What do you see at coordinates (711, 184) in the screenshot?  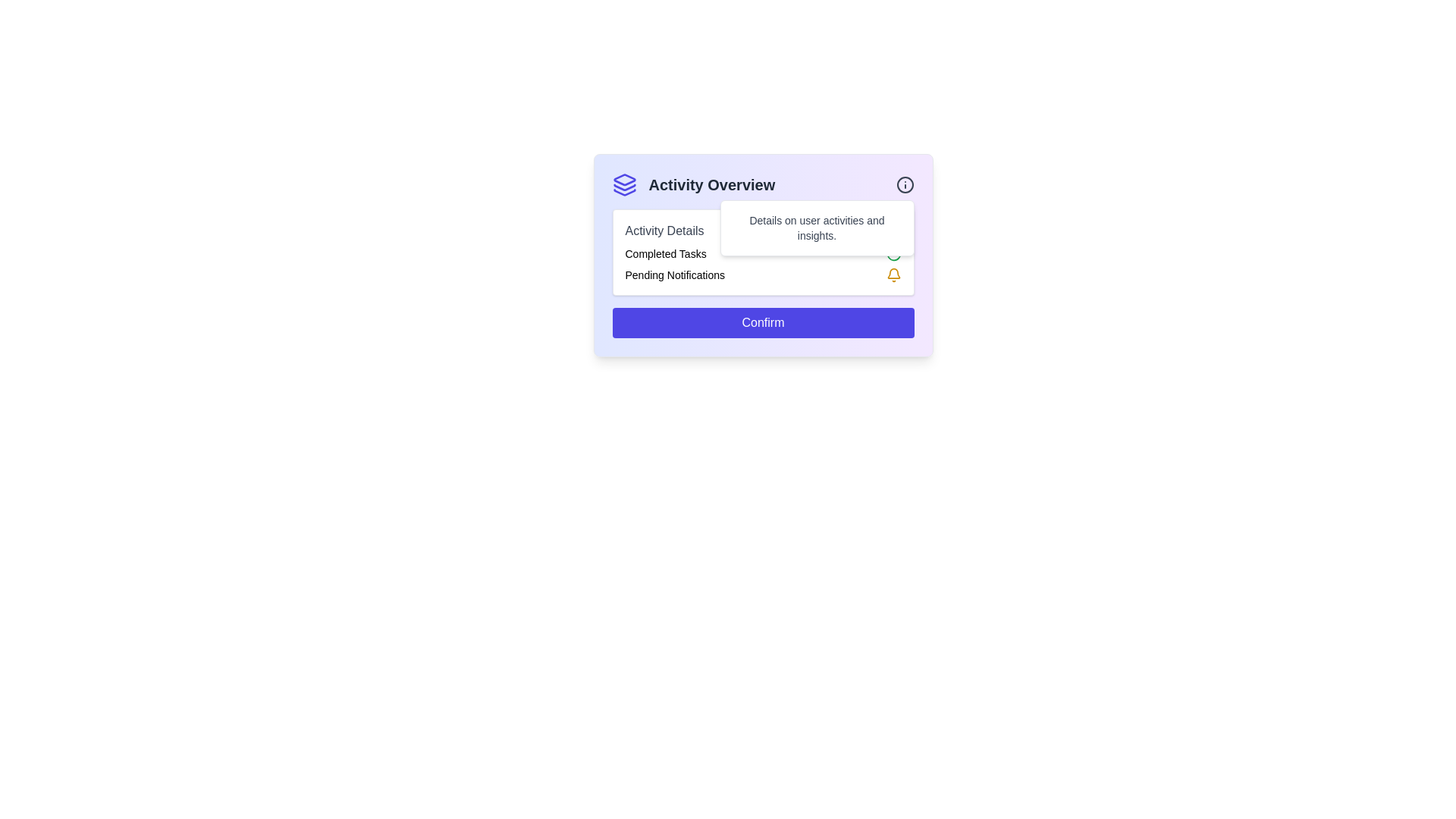 I see `text content of the 'Activity Overview' header label, which is prominently displayed in bold, large font within a card interface` at bounding box center [711, 184].